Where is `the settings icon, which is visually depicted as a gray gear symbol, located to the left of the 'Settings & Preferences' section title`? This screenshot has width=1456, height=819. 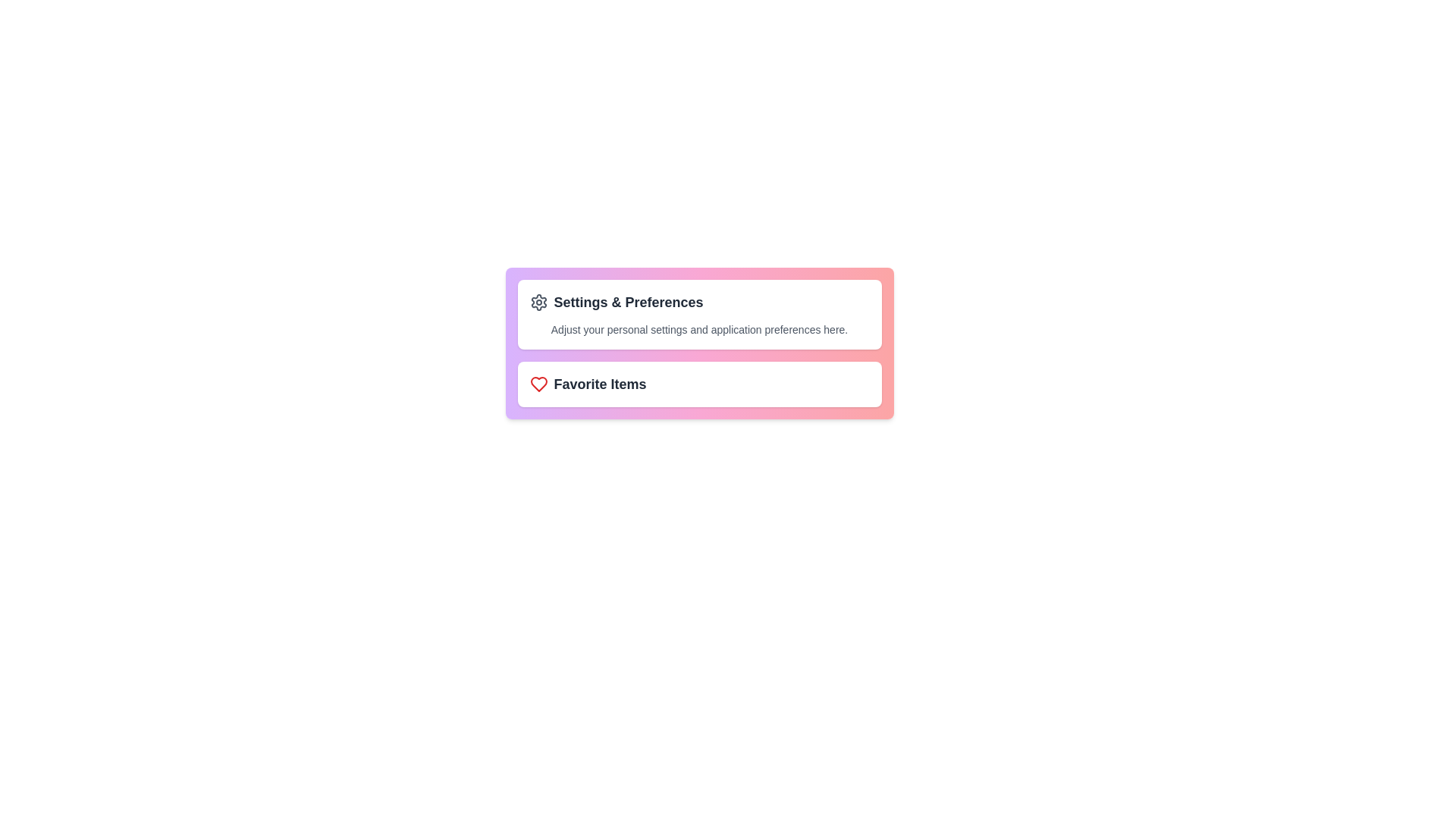 the settings icon, which is visually depicted as a gray gear symbol, located to the left of the 'Settings & Preferences' section title is located at coordinates (538, 302).